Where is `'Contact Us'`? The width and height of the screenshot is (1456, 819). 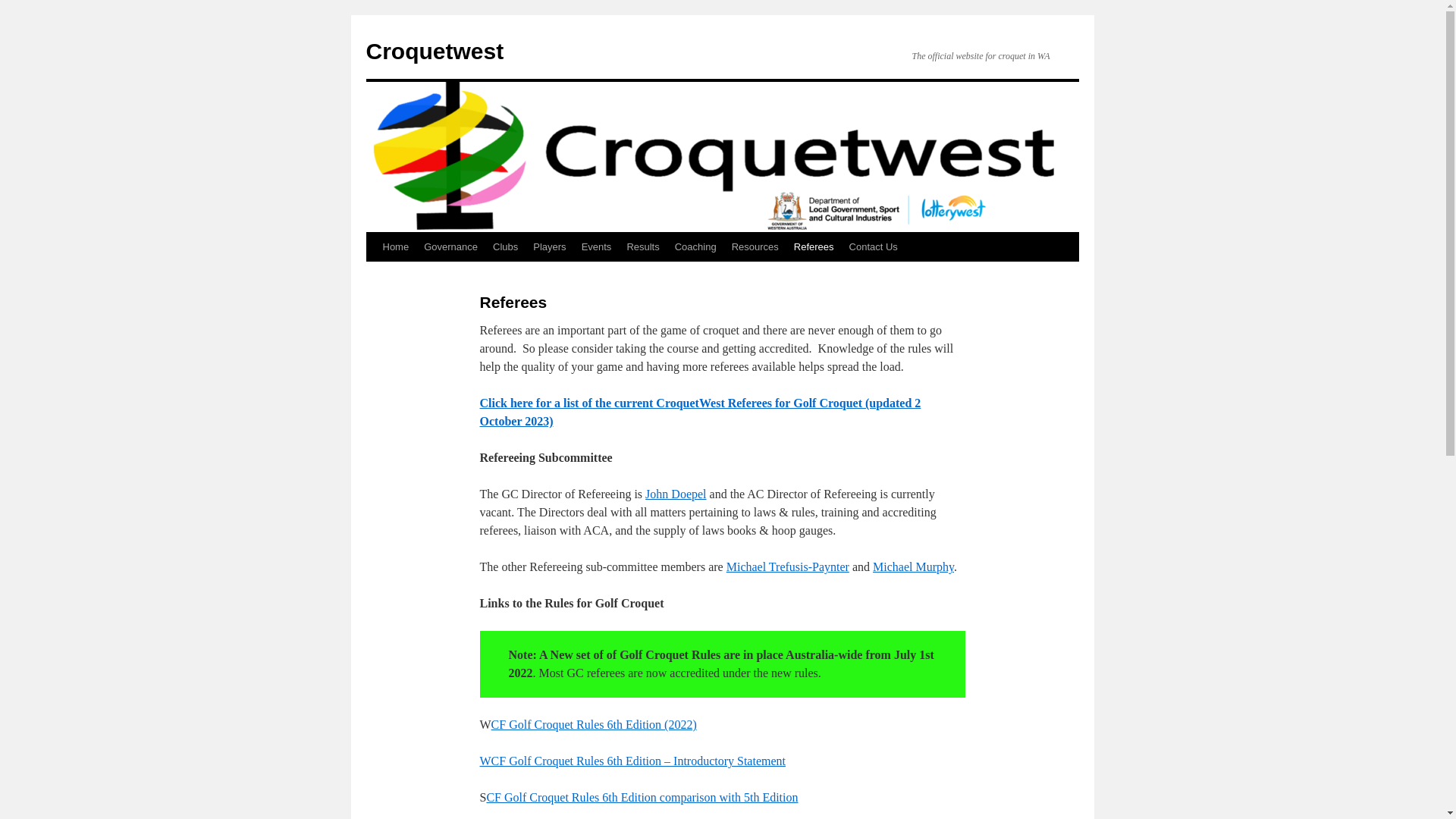
'Contact Us' is located at coordinates (874, 246).